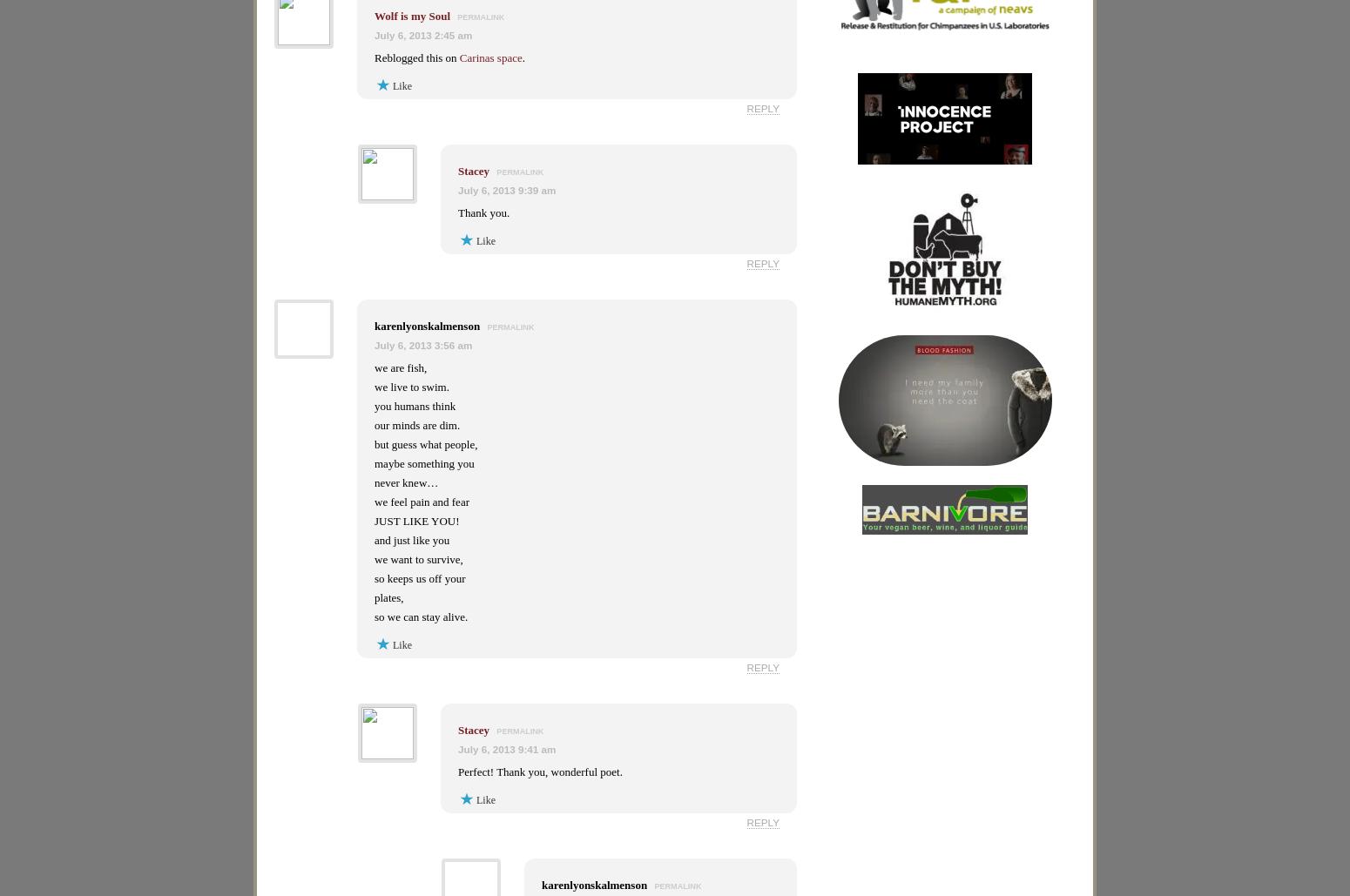 The image size is (1350, 896). I want to click on 'but guess what people,', so click(425, 444).